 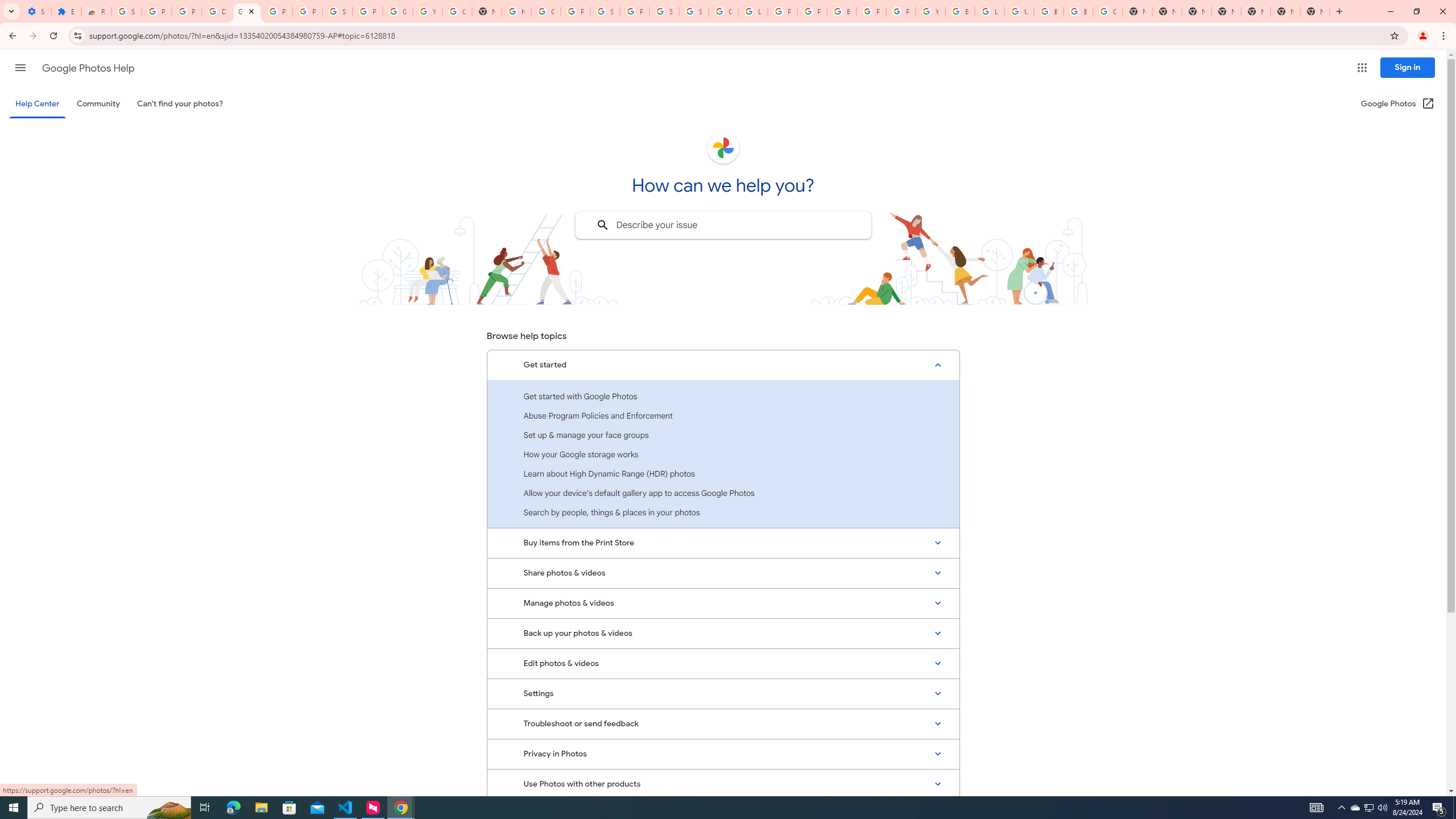 What do you see at coordinates (515, 11) in the screenshot?
I see `'https://scholar.google.com/'` at bounding box center [515, 11].